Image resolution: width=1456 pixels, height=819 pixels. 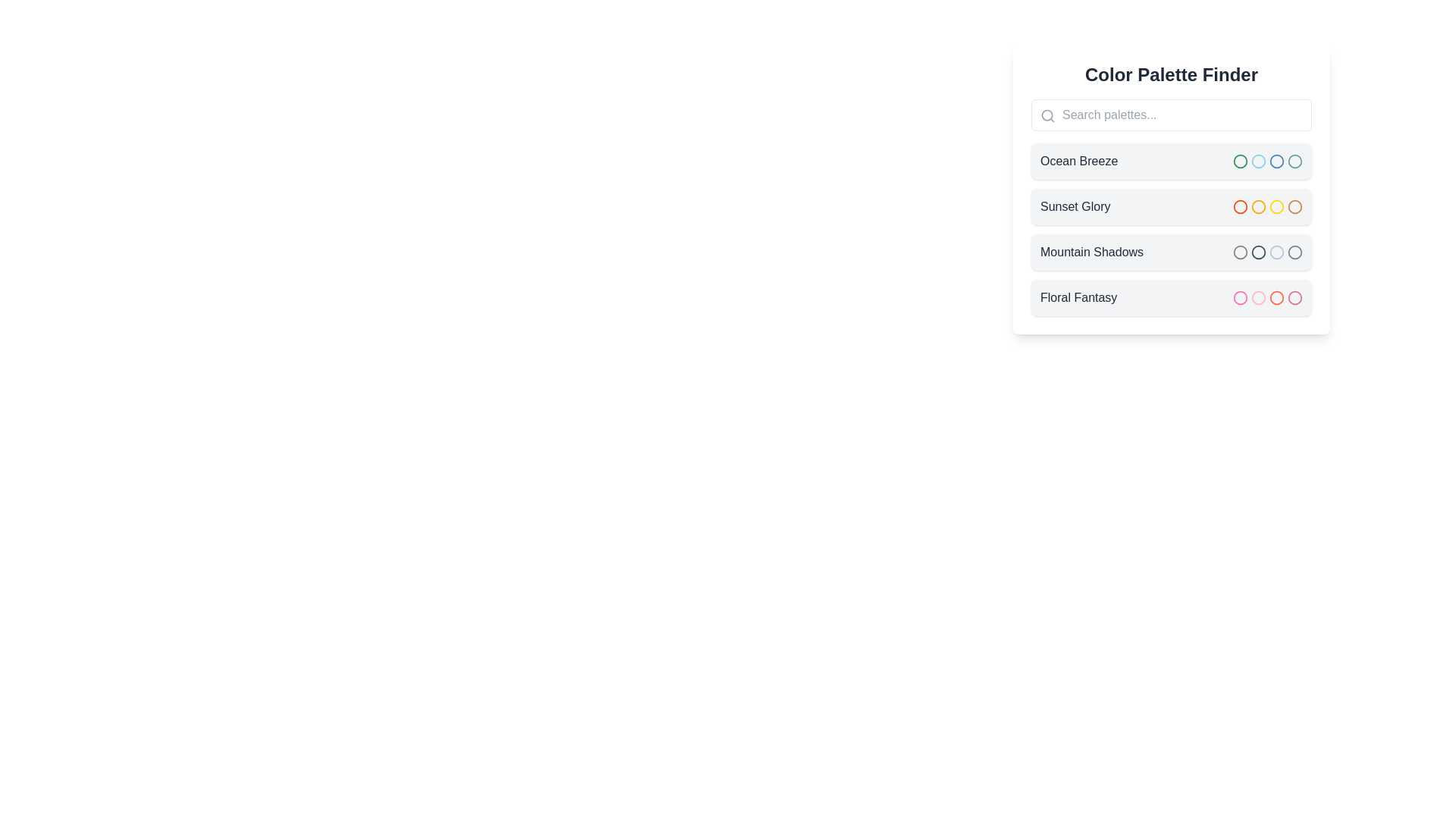 What do you see at coordinates (1294, 298) in the screenshot?
I see `the fourth circular icon with a soft pink border in the 'Floral Fantasy' palette row` at bounding box center [1294, 298].